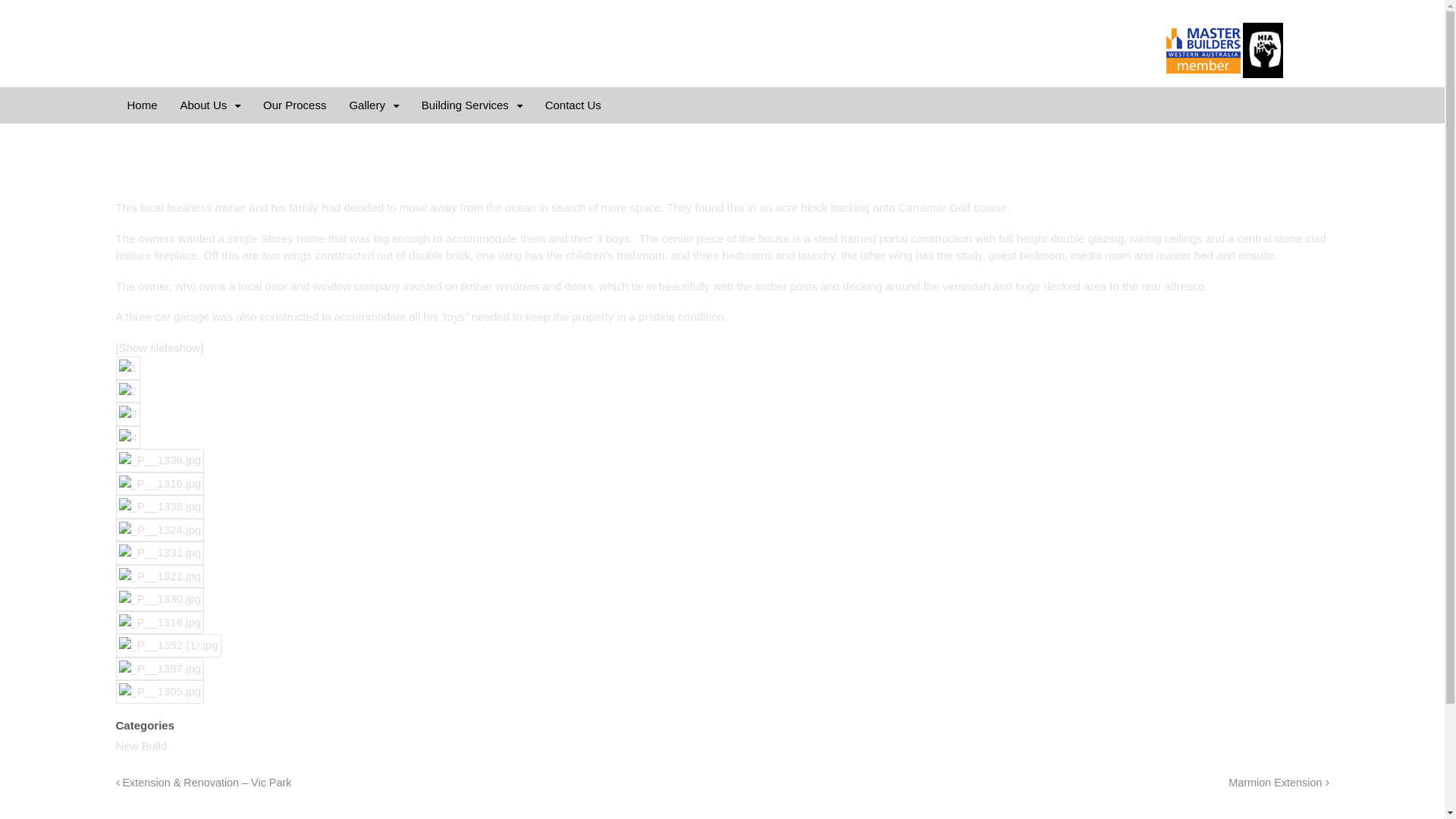 The image size is (1456, 819). Describe the element at coordinates (159, 692) in the screenshot. I see `'_P__1305.jpg'` at that location.